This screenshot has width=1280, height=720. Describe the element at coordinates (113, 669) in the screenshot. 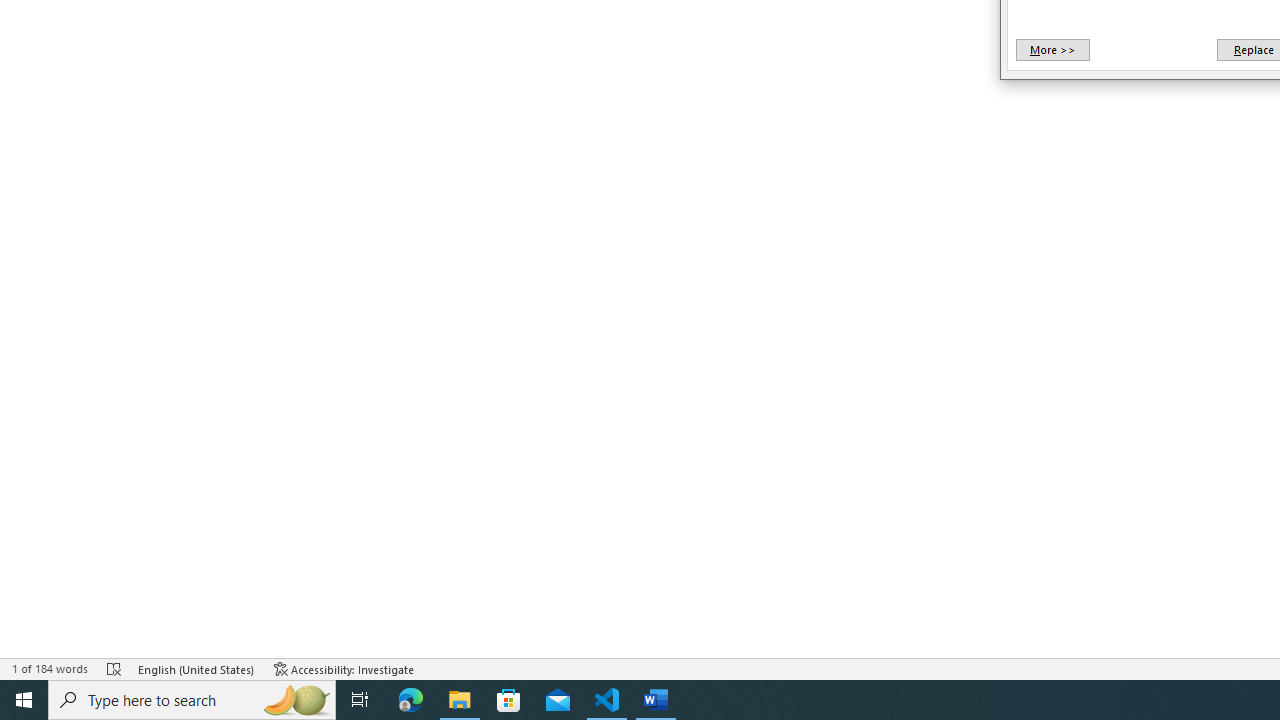

I see `'Spelling and Grammar Check Errors'` at that location.